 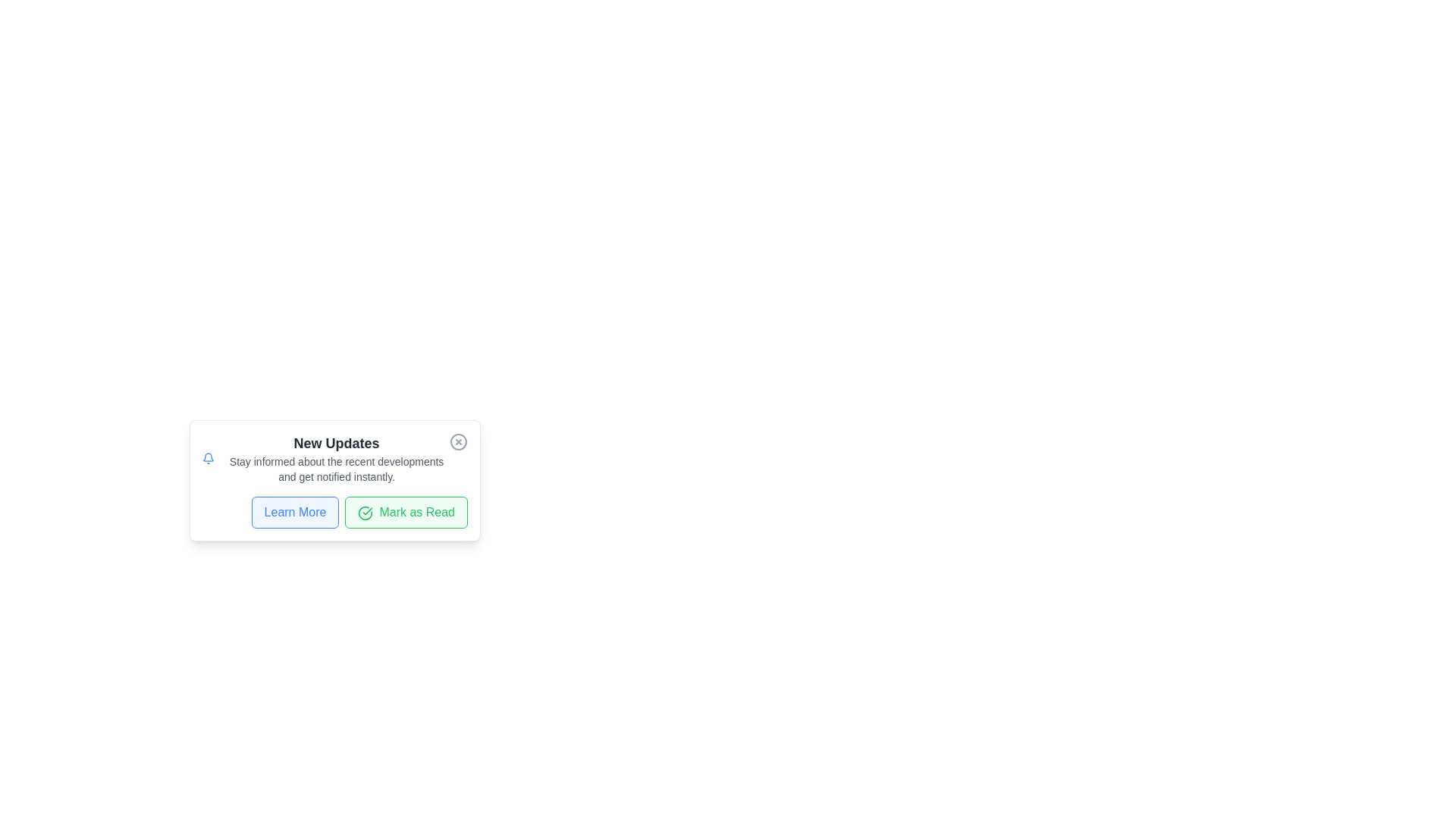 What do you see at coordinates (336, 468) in the screenshot?
I see `the text element styled in gray that reads 'Stay informed about the recent developments and get notified instantly.' located beneath the title 'New Updates.'` at bounding box center [336, 468].